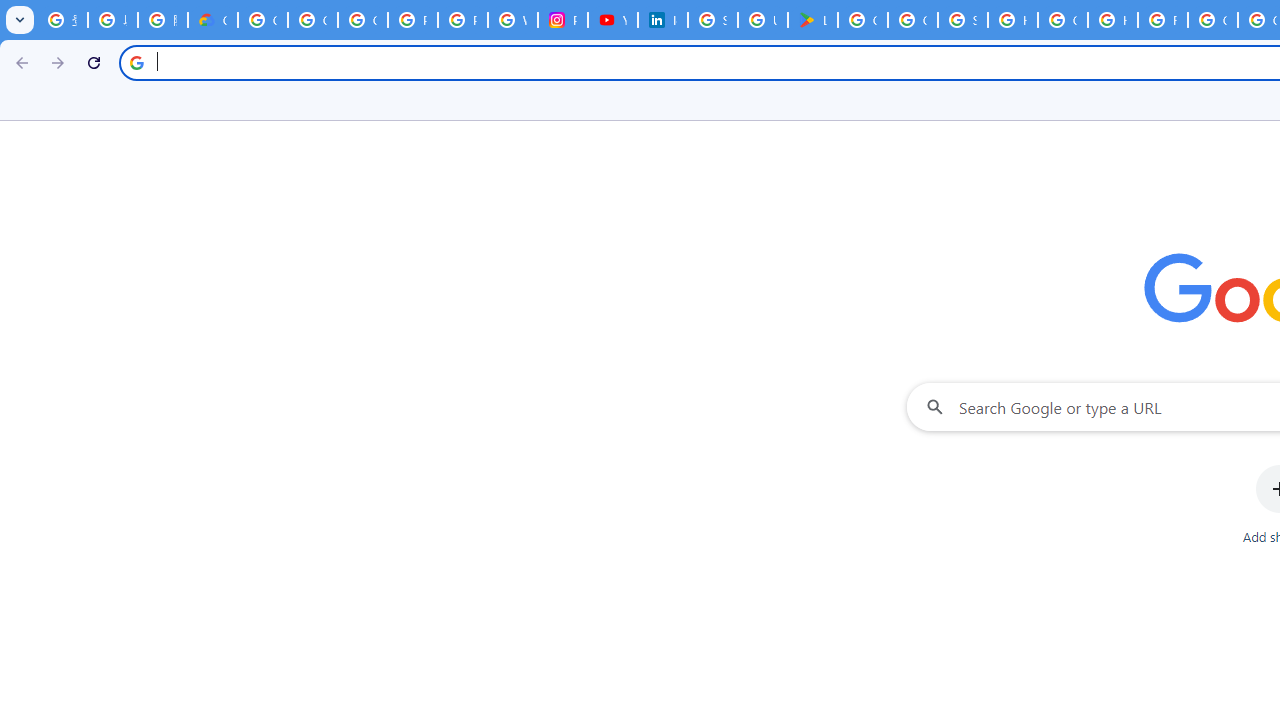  I want to click on 'Last Shelter: Survival - Apps on Google Play', so click(813, 20).